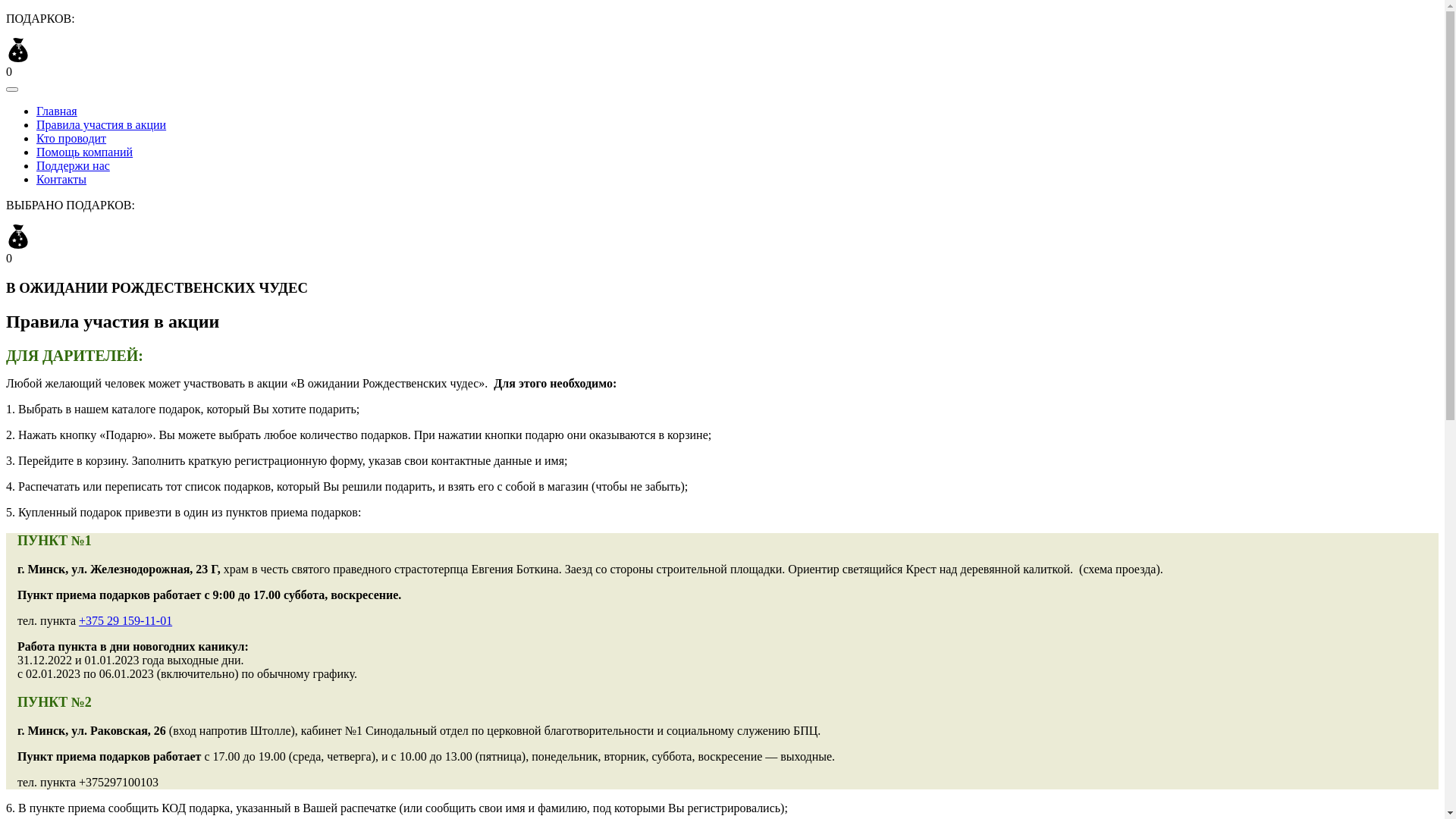 The height and width of the screenshot is (819, 1456). I want to click on '+375 29 159-11-01', so click(78, 620).